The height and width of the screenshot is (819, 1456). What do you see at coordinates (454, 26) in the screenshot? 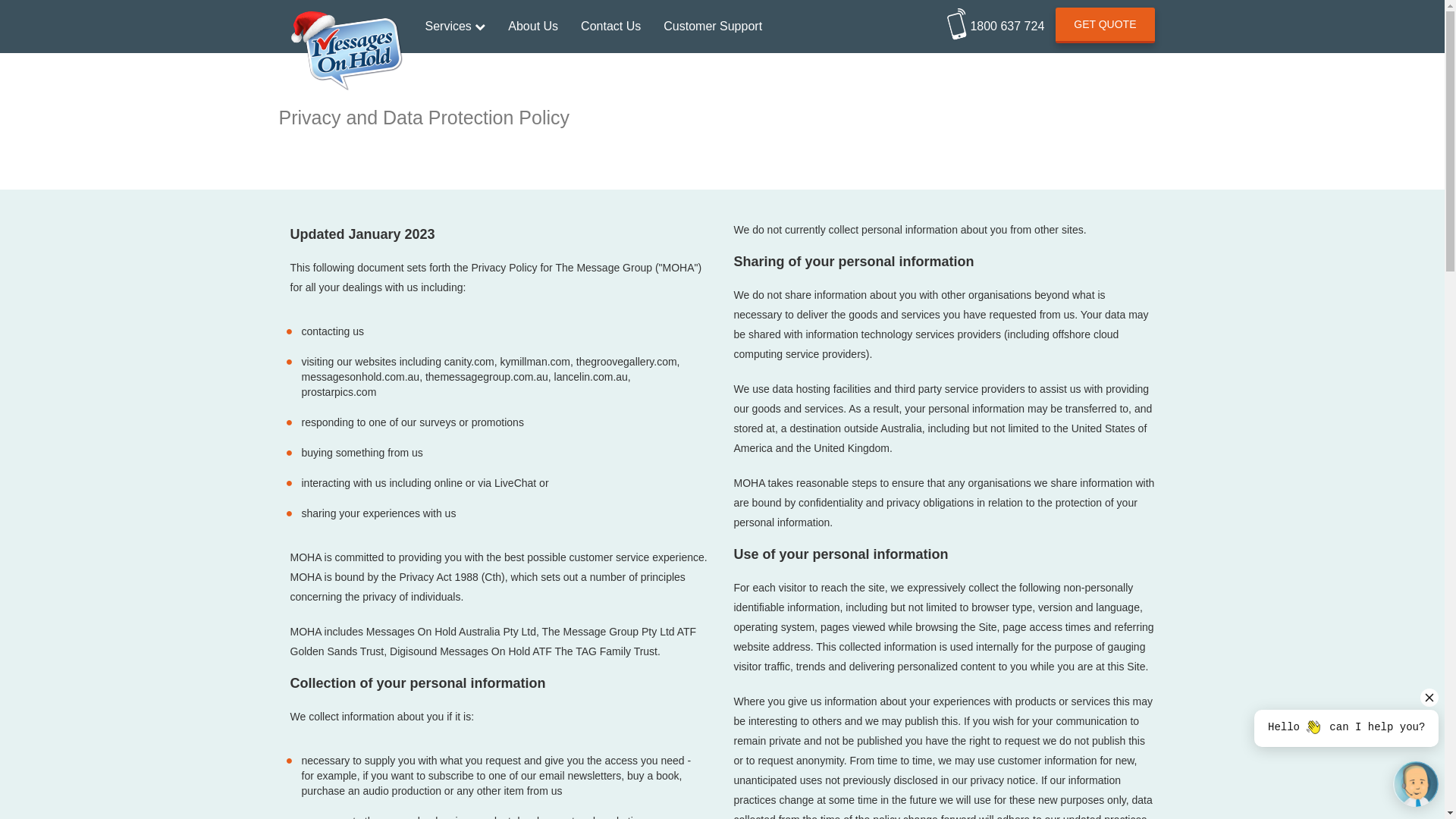
I see `'Services'` at bounding box center [454, 26].